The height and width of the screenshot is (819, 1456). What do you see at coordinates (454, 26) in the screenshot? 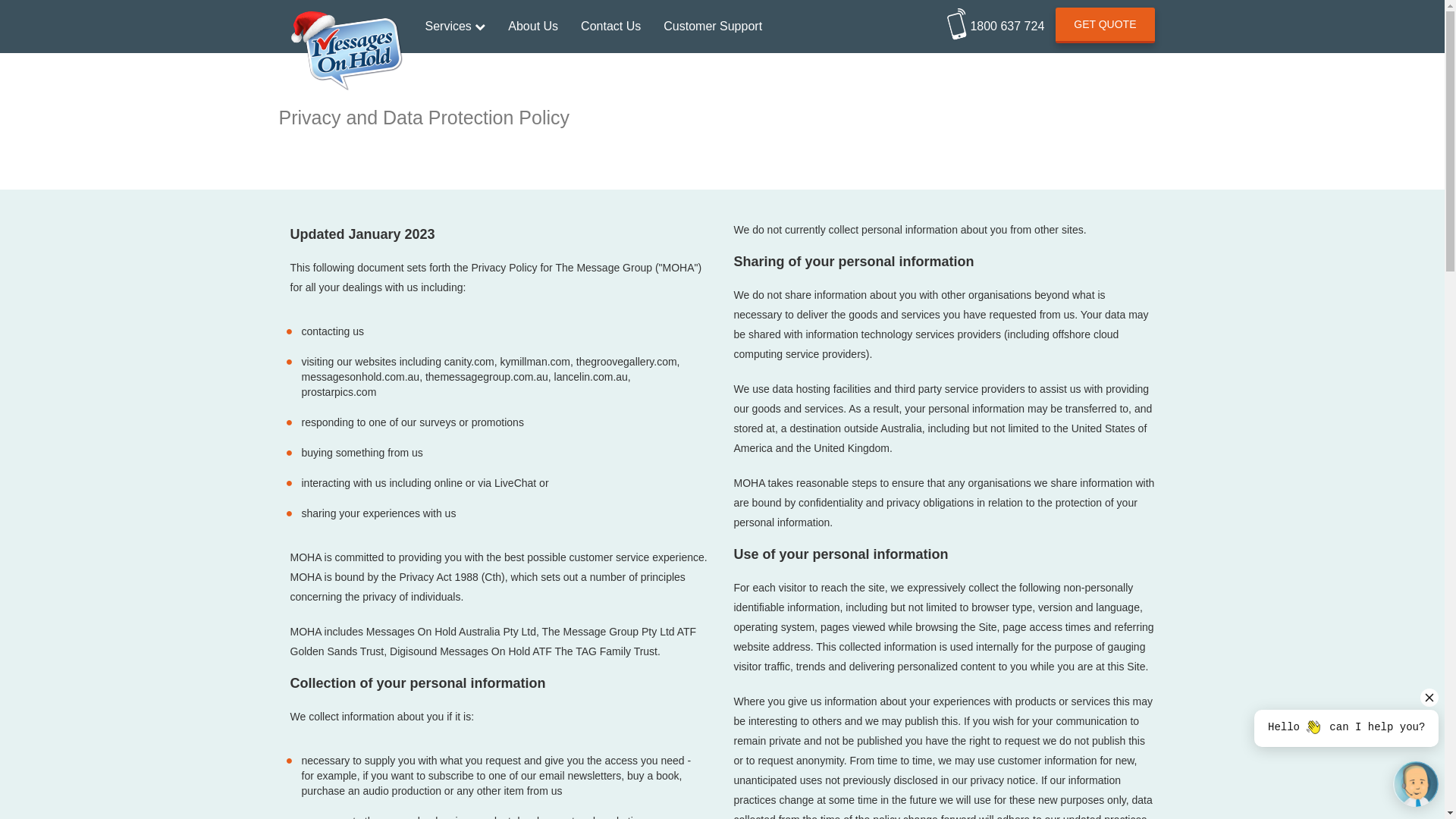
I see `'Services'` at bounding box center [454, 26].